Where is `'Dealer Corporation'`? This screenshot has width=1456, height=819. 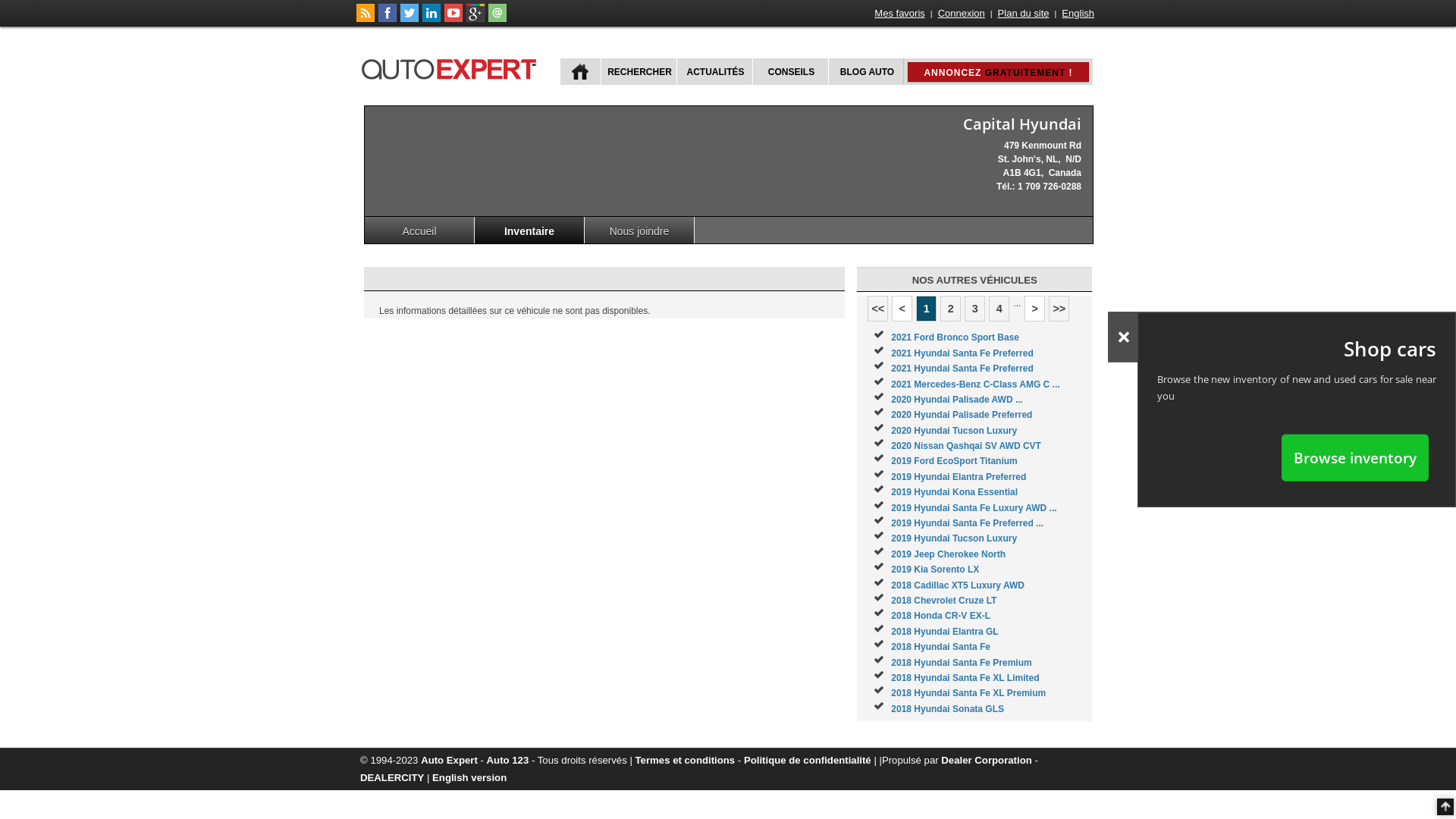 'Dealer Corporation' is located at coordinates (986, 760).